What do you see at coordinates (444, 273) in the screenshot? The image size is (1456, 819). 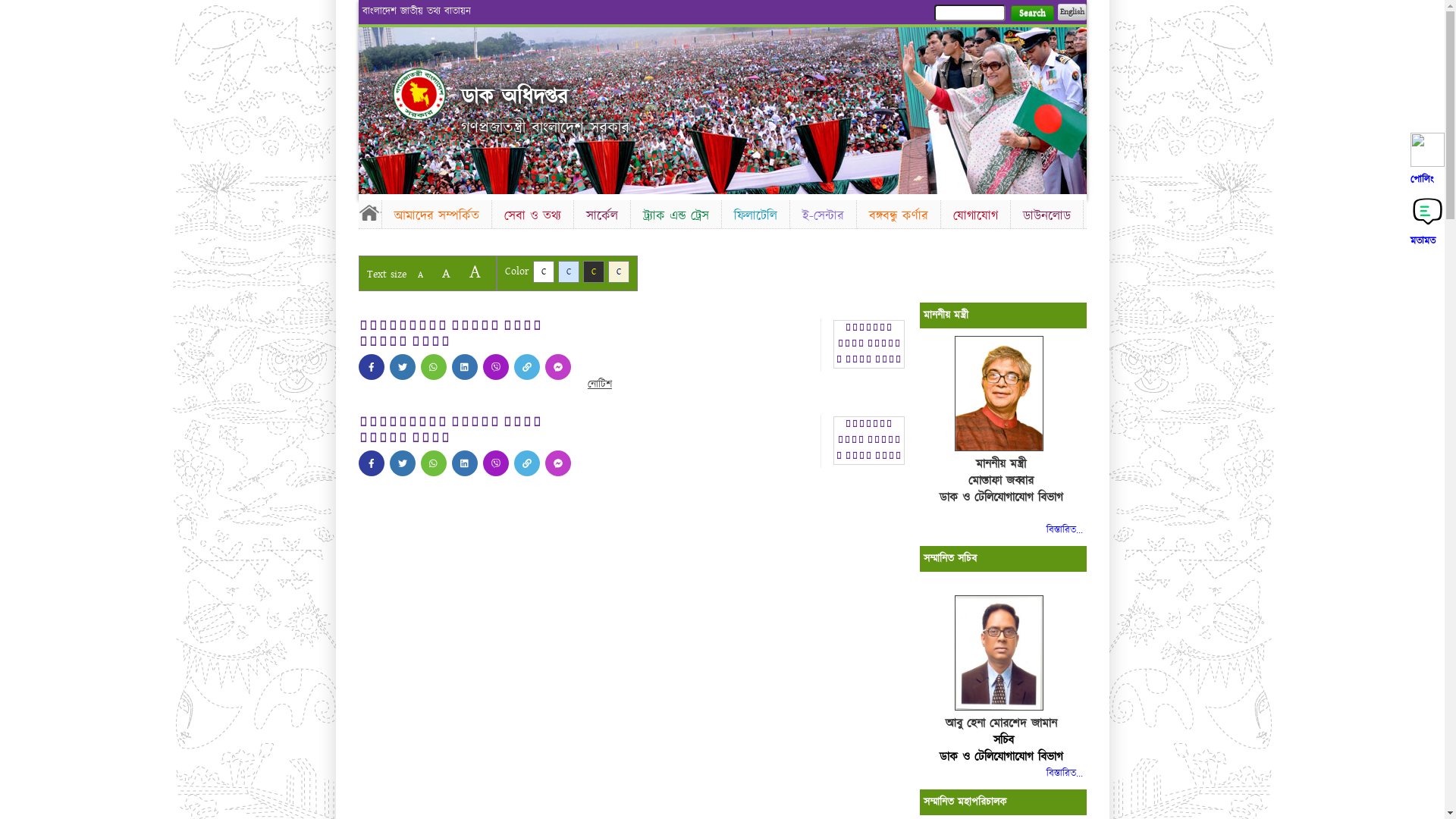 I see `'A'` at bounding box center [444, 273].